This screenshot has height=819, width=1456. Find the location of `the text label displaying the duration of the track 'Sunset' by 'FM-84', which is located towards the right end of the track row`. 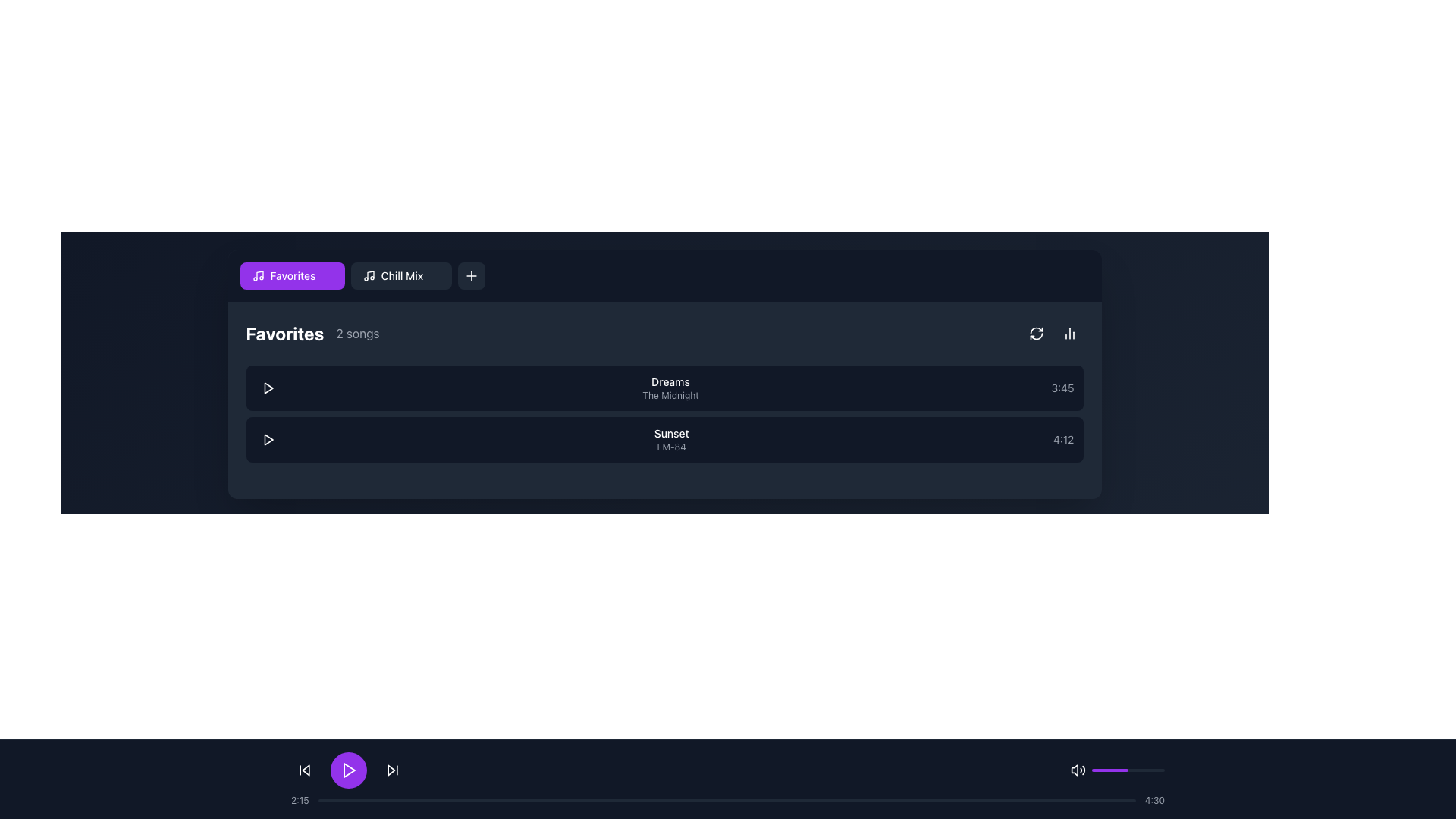

the text label displaying the duration of the track 'Sunset' by 'FM-84', which is located towards the right end of the track row is located at coordinates (1062, 439).